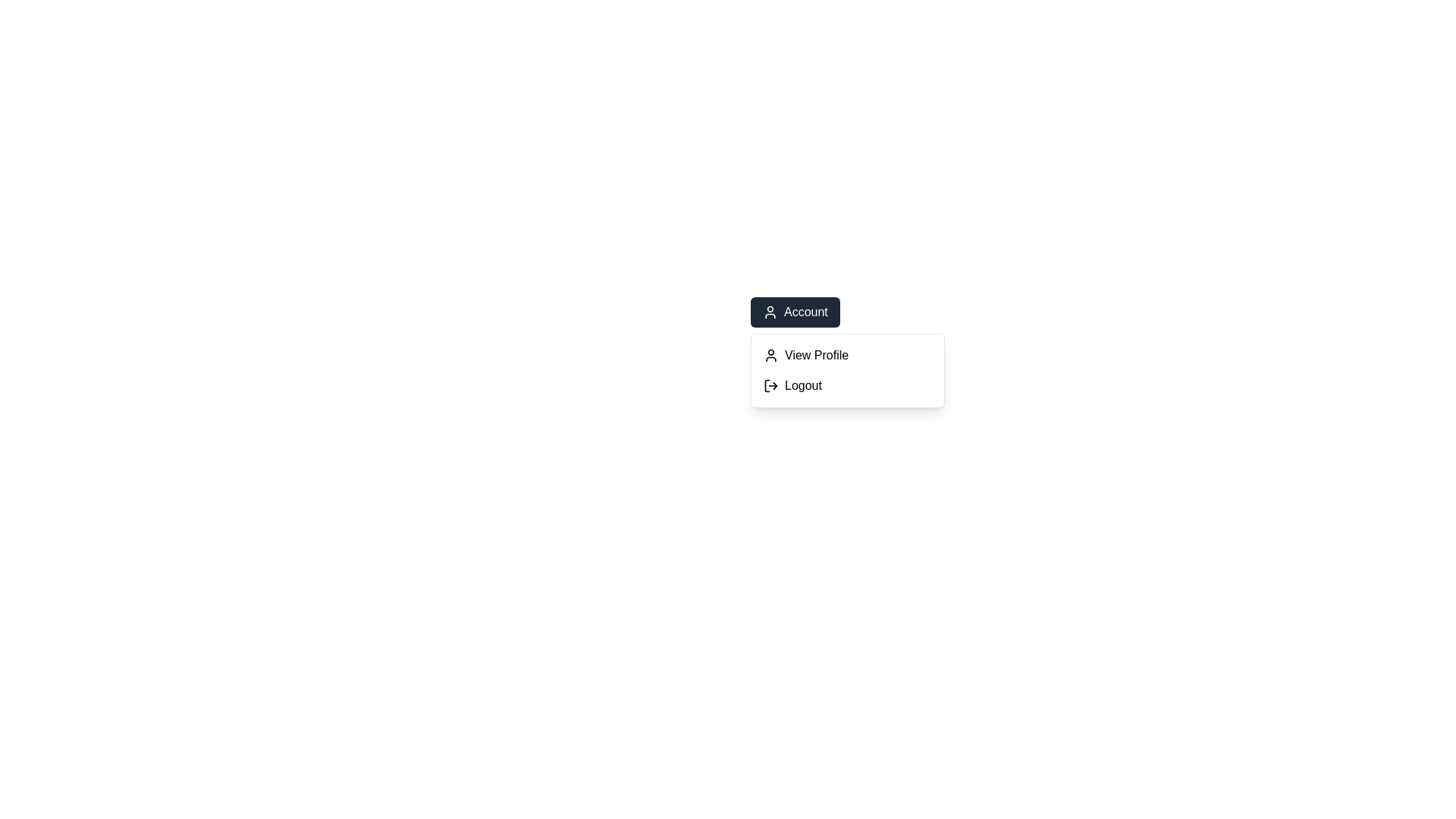 Image resolution: width=1456 pixels, height=819 pixels. I want to click on the User Icon, which is a graphical representation of a user, located to the left of the text 'Account', so click(770, 312).